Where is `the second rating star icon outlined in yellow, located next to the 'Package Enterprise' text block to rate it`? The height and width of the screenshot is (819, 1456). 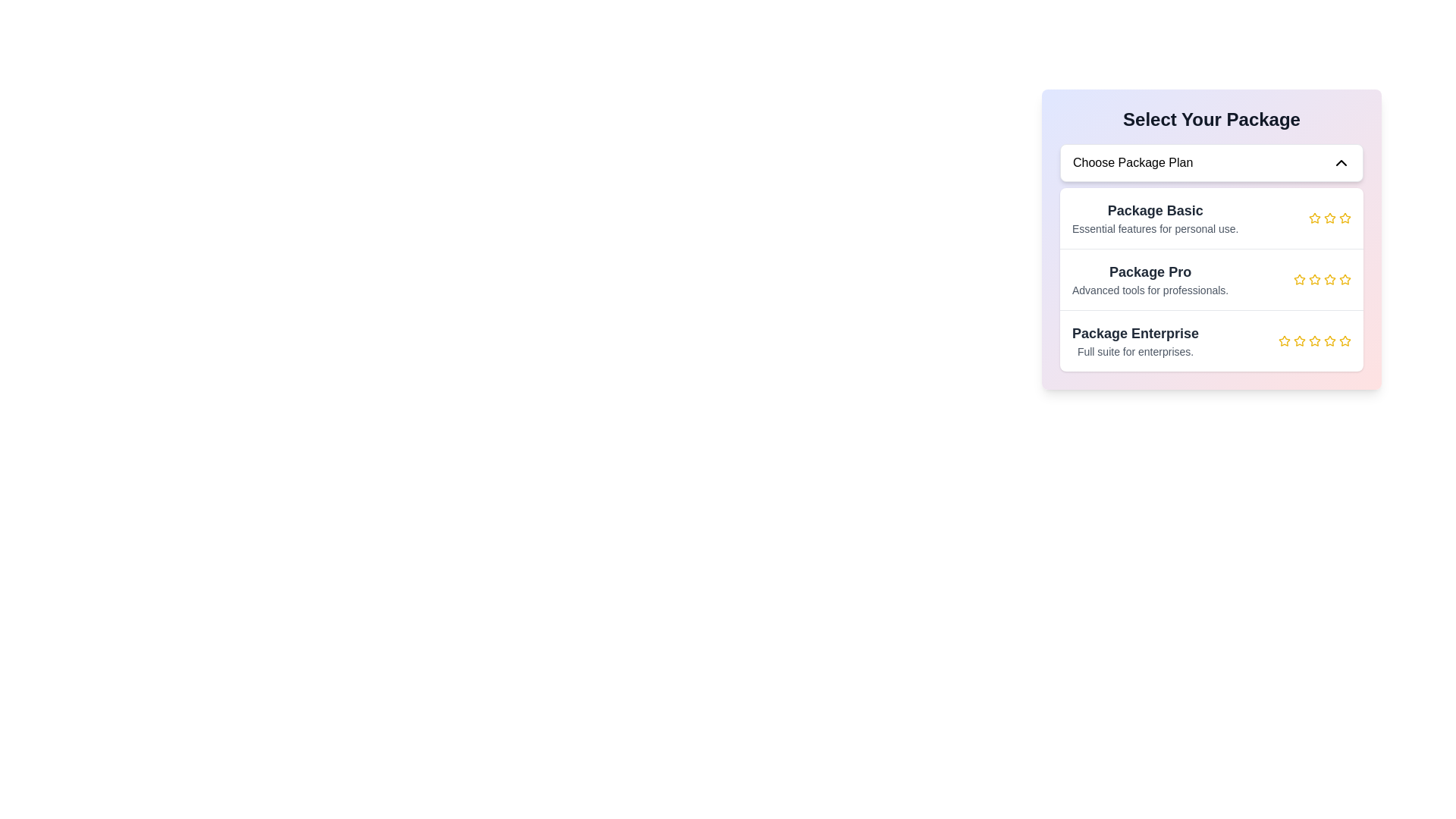
the second rating star icon outlined in yellow, located next to the 'Package Enterprise' text block to rate it is located at coordinates (1284, 340).